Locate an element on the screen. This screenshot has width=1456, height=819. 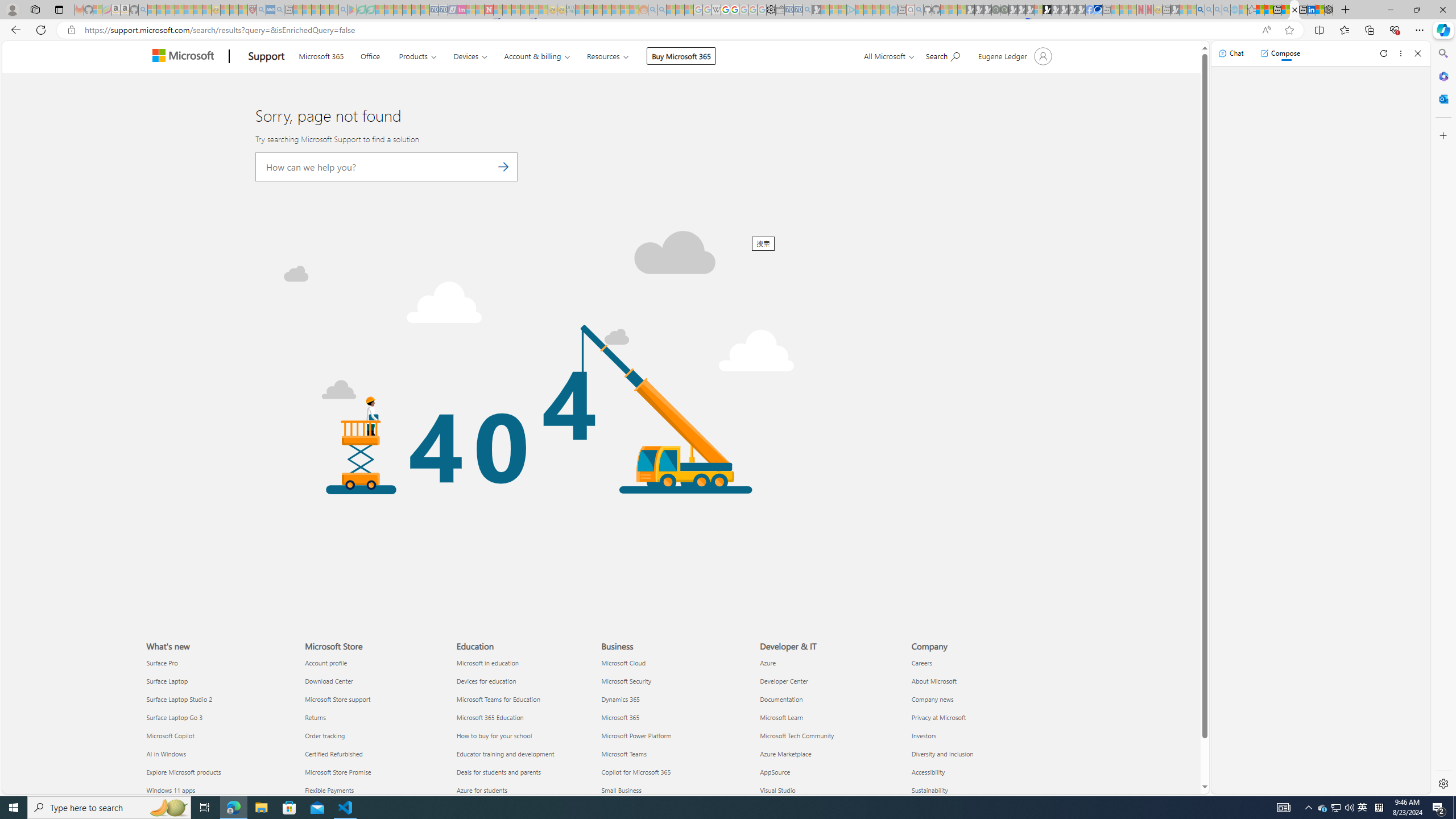
'Company news Company' is located at coordinates (932, 699).